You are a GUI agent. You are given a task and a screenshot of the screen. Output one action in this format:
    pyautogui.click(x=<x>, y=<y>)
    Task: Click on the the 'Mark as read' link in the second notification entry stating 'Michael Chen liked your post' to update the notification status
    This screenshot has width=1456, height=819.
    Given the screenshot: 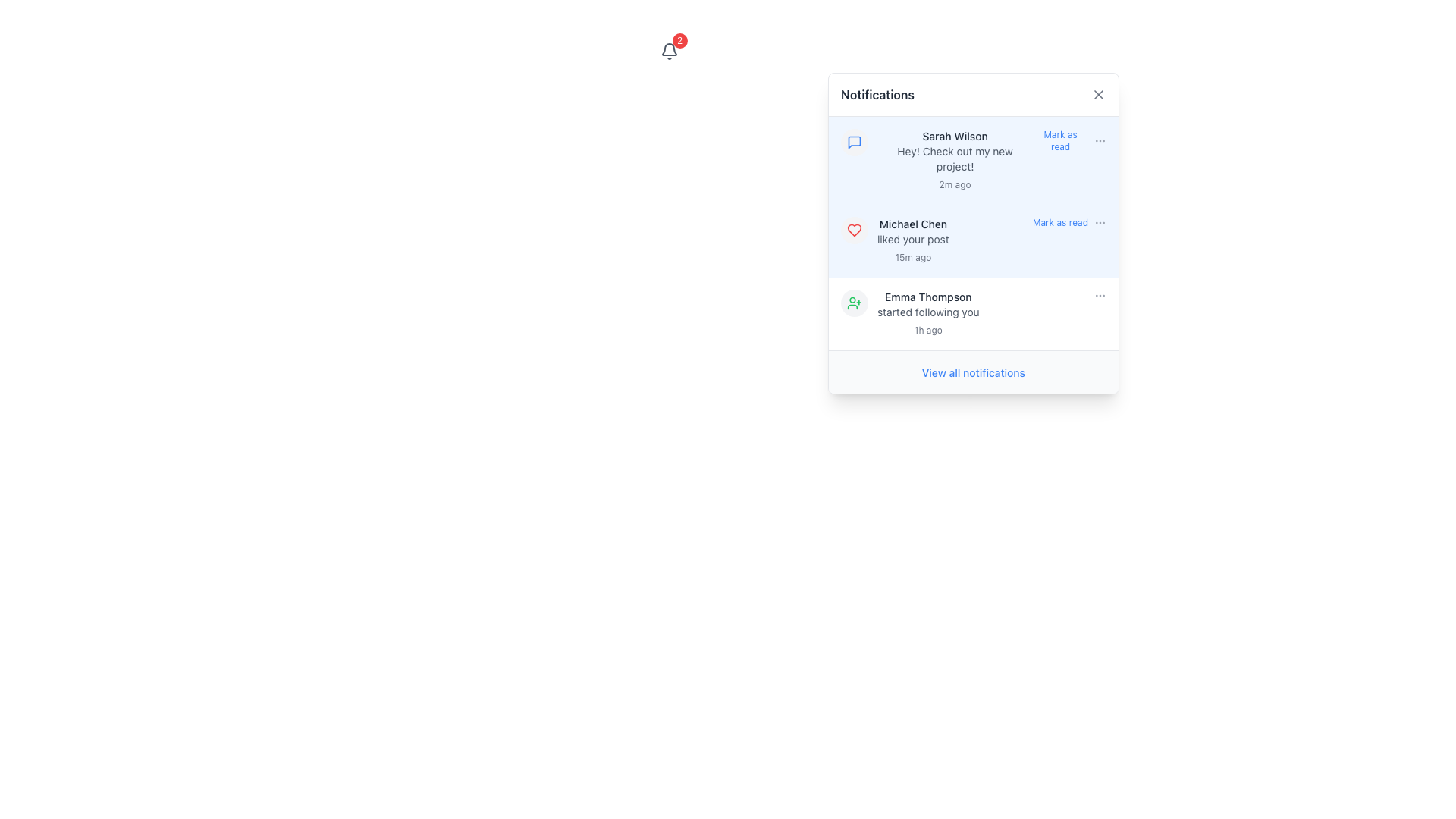 What is the action you would take?
    pyautogui.click(x=992, y=240)
    